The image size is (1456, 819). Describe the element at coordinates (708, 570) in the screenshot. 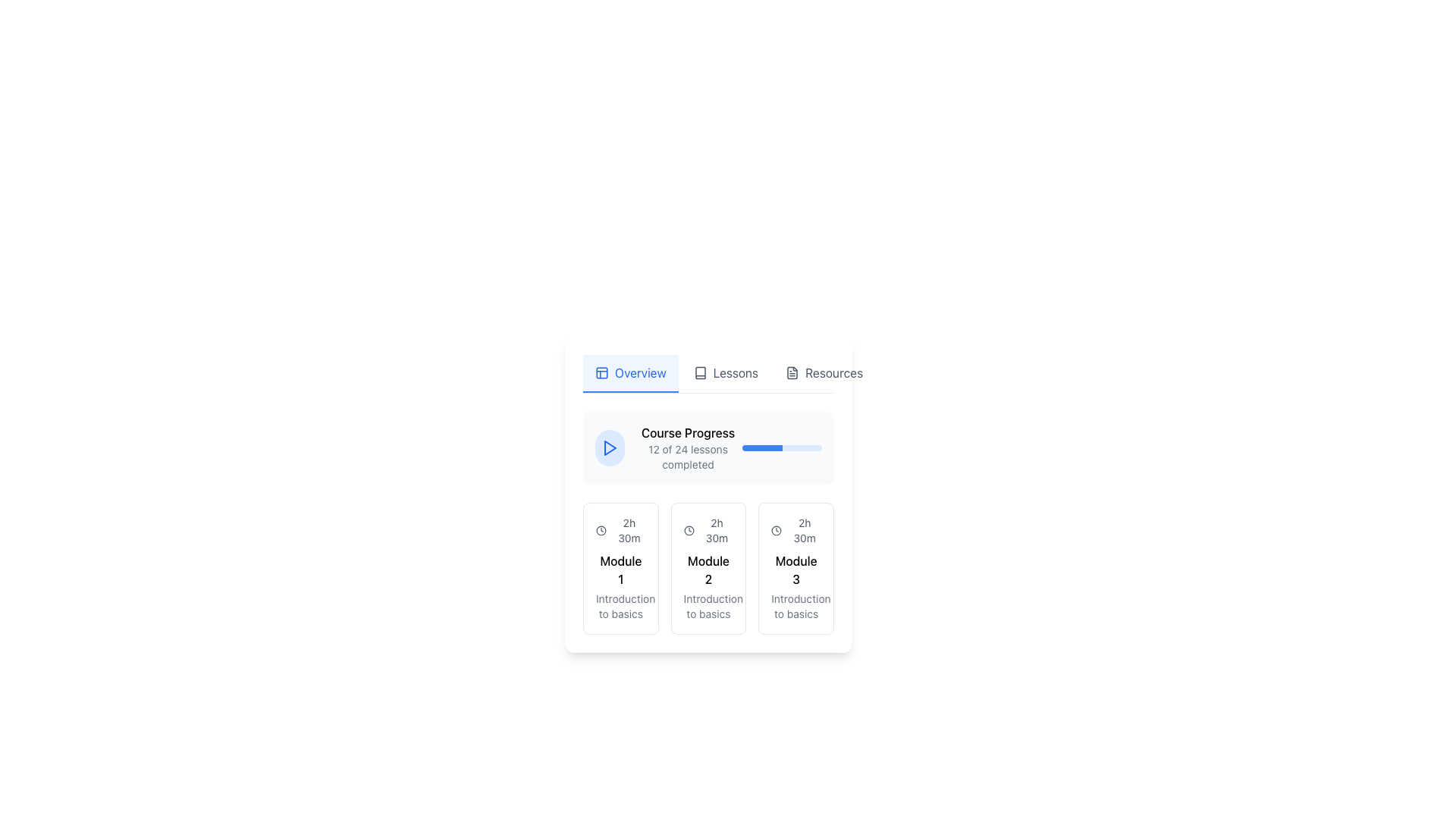

I see `the text label that serves as a title or heading for the module` at that location.